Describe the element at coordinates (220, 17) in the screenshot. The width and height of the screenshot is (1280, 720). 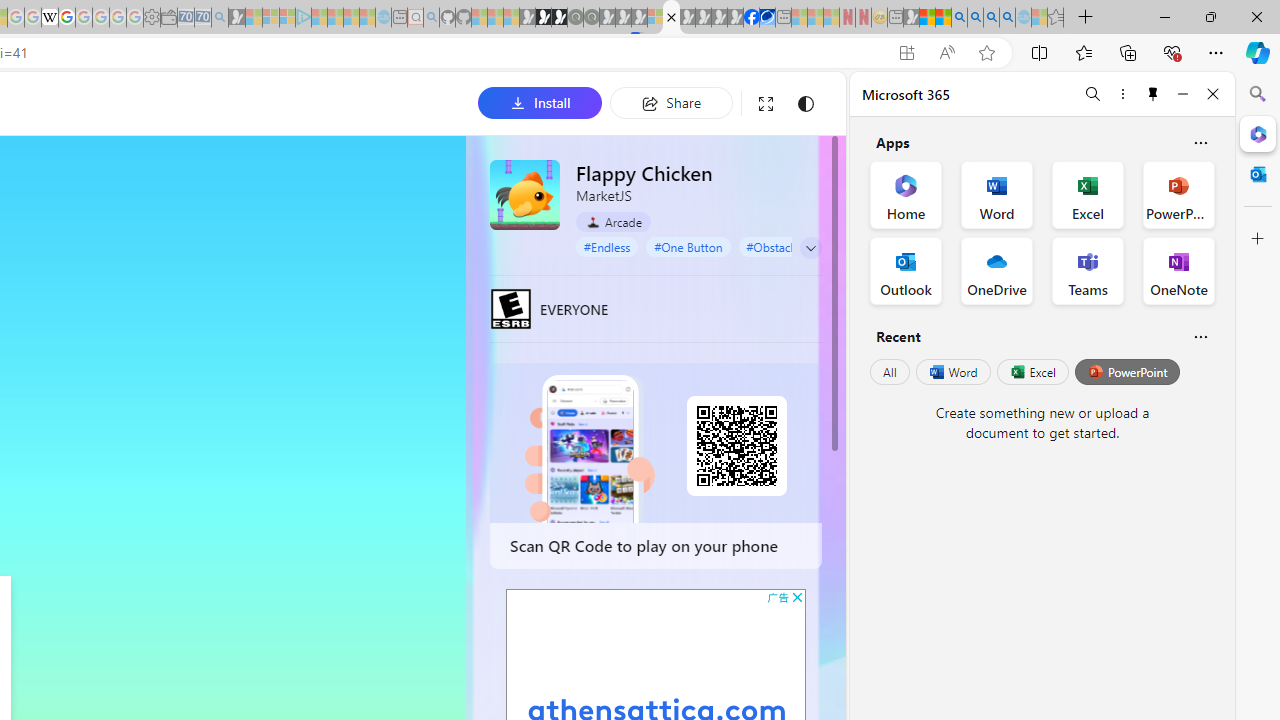
I see `'Bing Real Estate - Home sales and rental listings - Sleeping'` at that location.